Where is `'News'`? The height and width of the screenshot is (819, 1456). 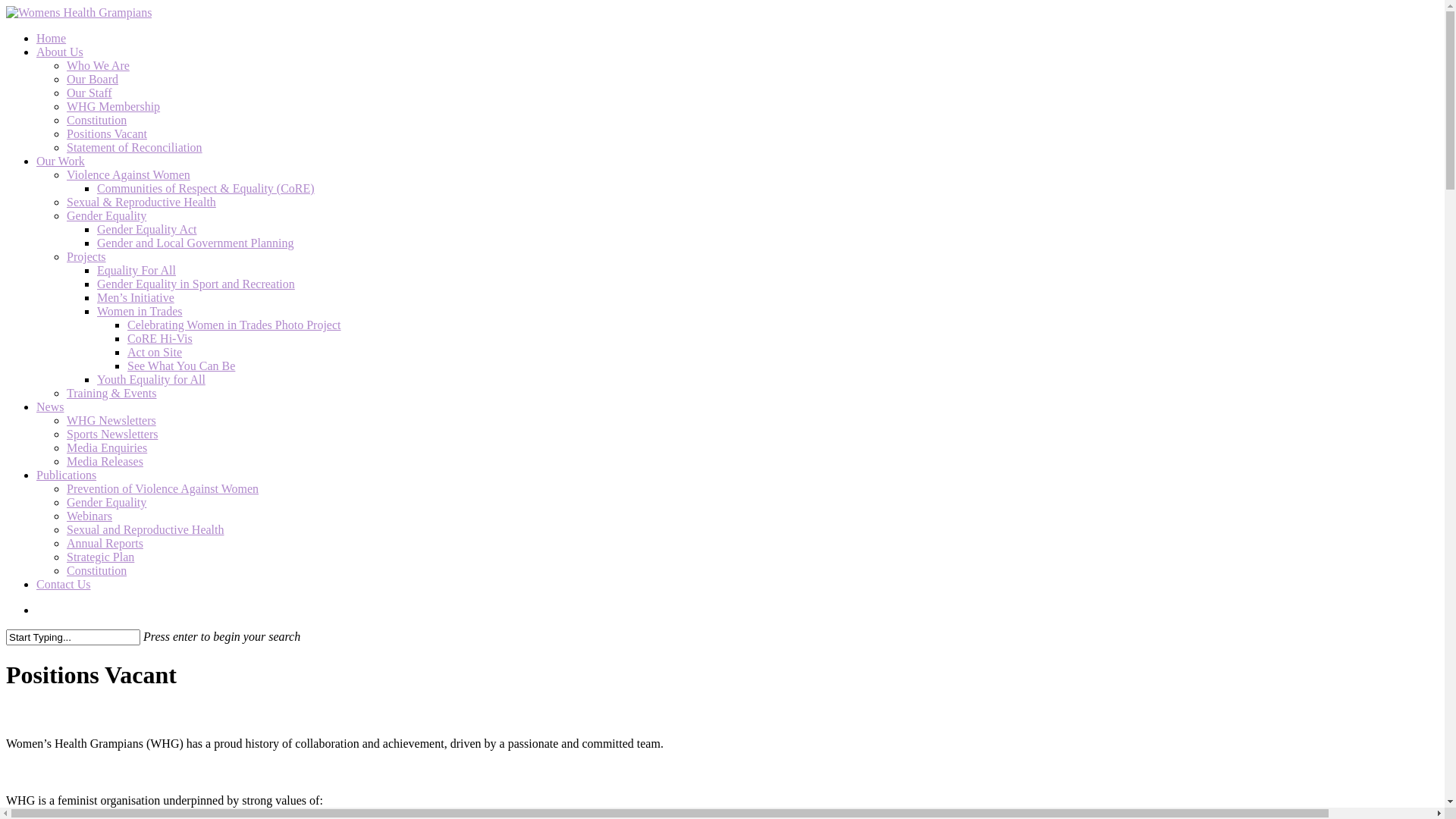 'News' is located at coordinates (50, 406).